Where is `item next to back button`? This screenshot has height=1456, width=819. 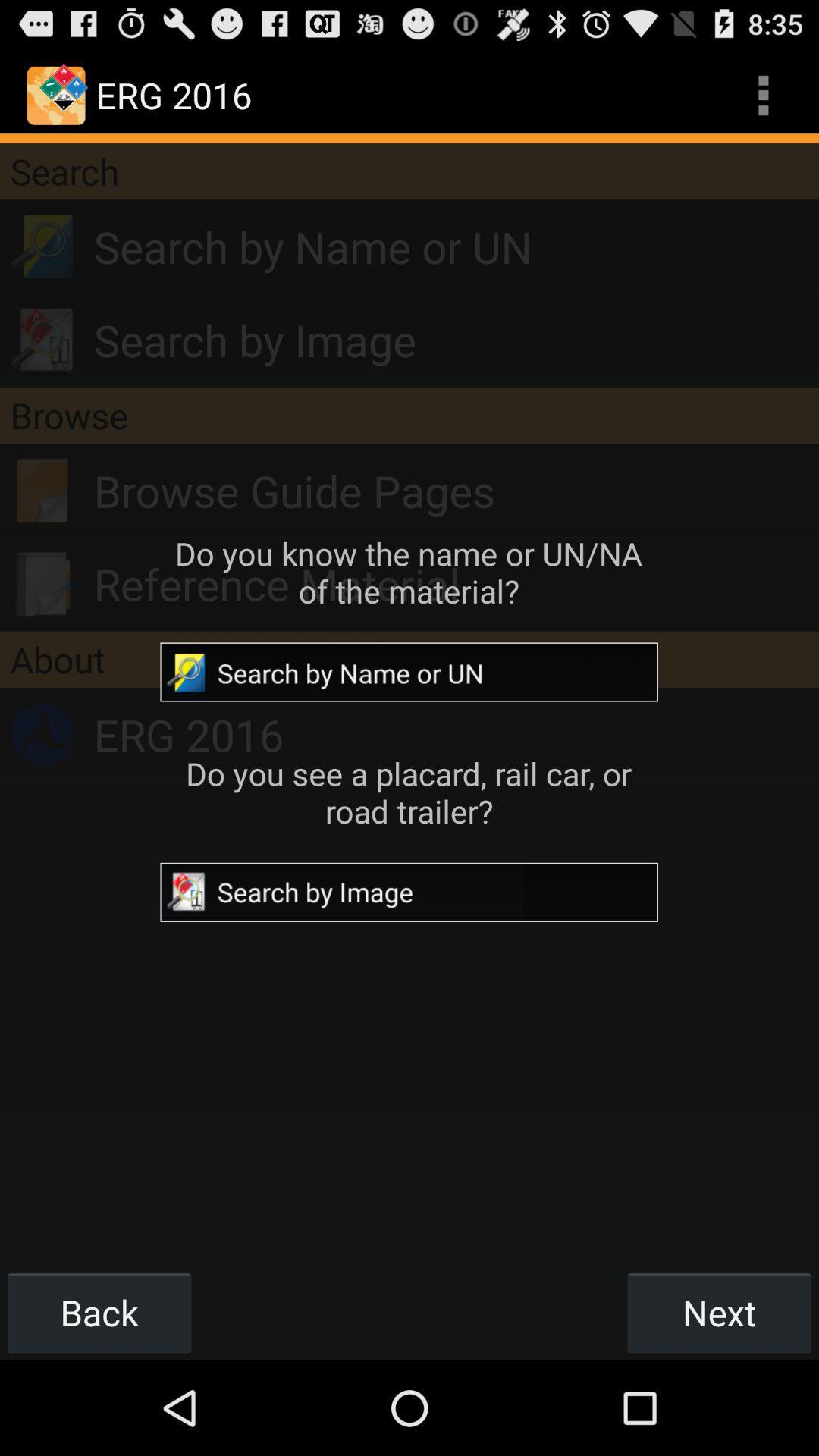 item next to back button is located at coordinates (718, 1312).